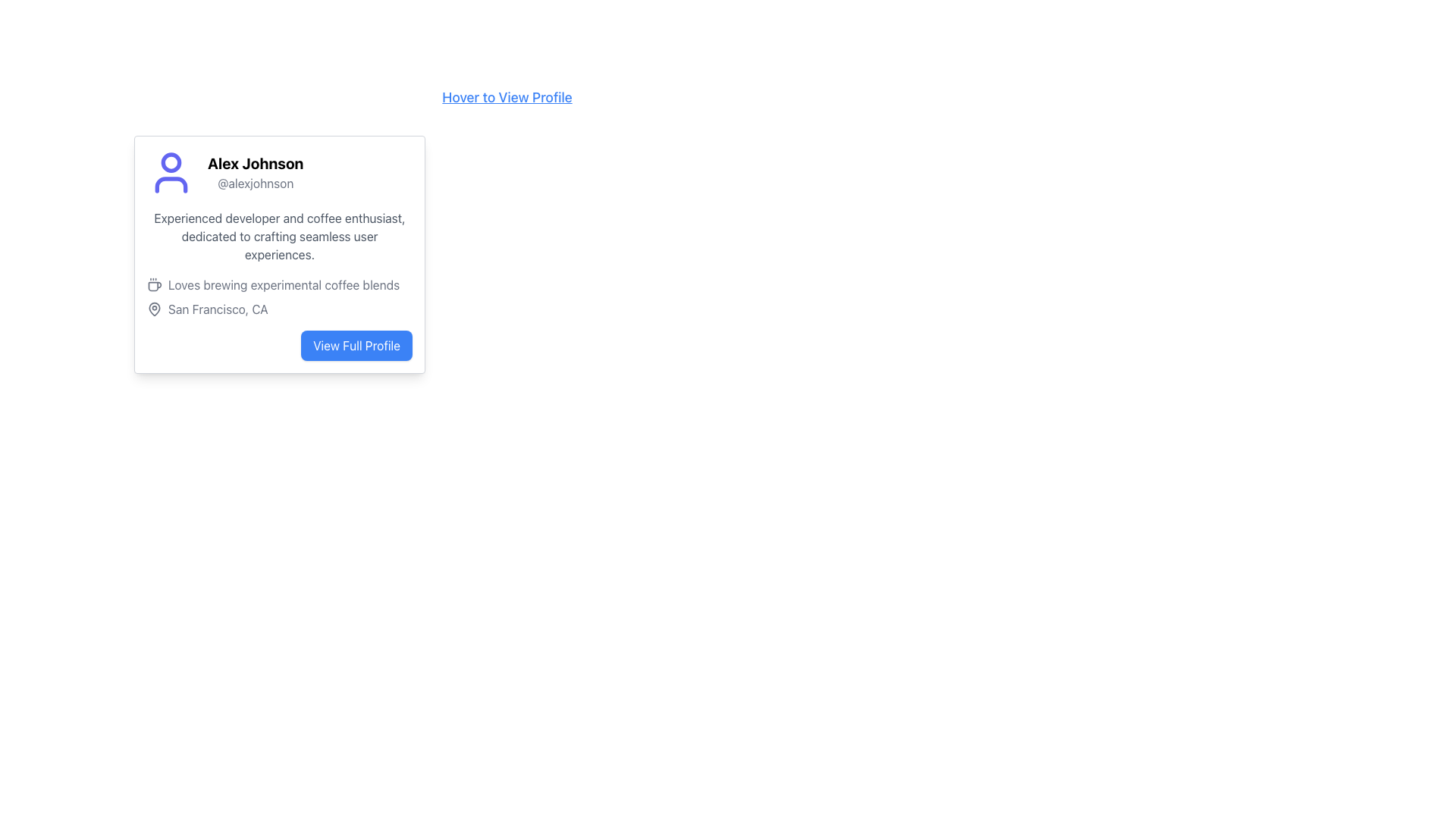  I want to click on the Profile Header with Icon and Text, which includes the profile picture, the name 'Alex Johnson', and the username '@alexjohnson', so click(280, 171).